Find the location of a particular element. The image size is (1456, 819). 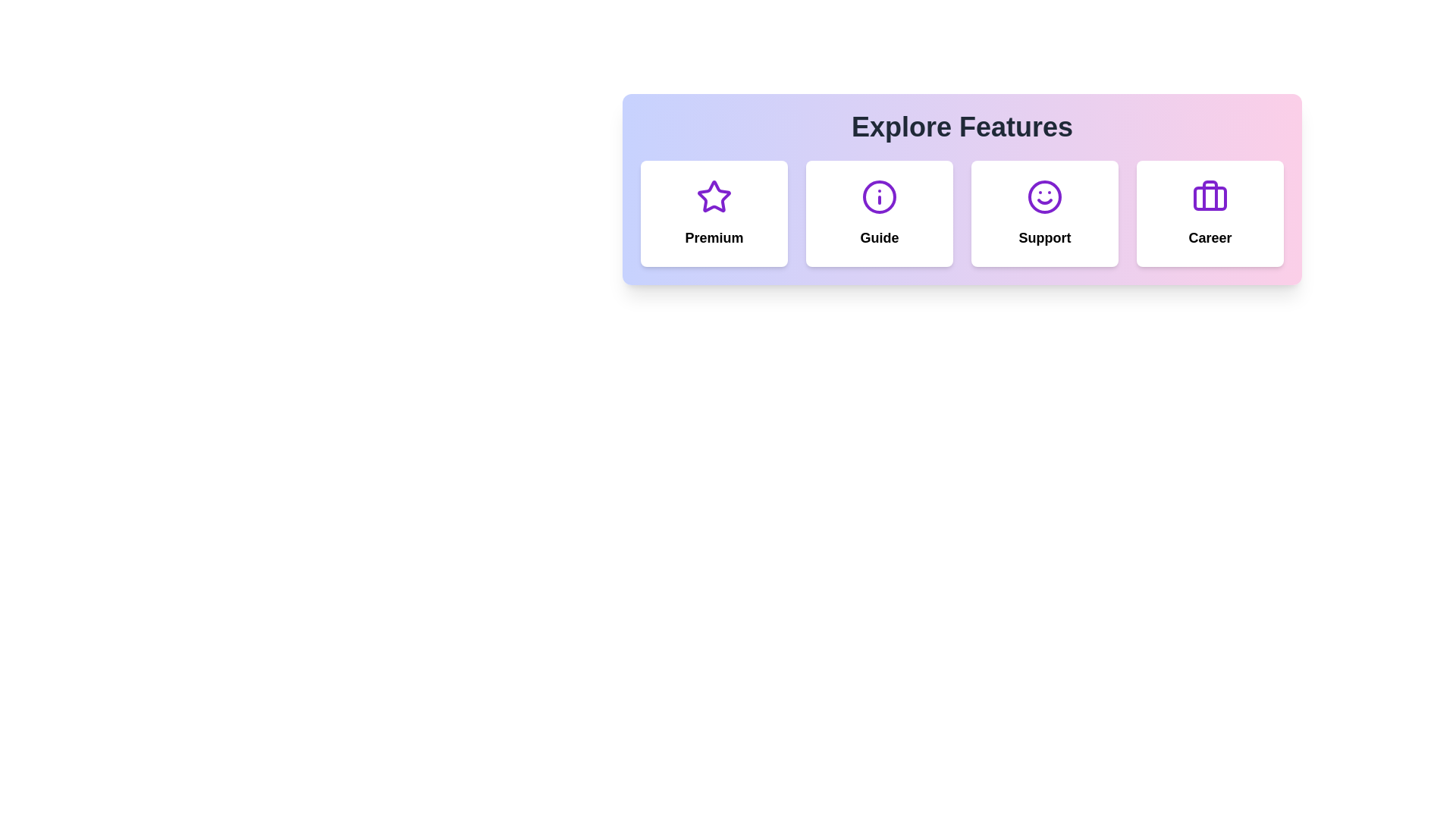

the 'Career' text label located in the rightmost position of the horizontal row of boxes, which is inside a white rectangular box with rounded corners is located at coordinates (1210, 237).